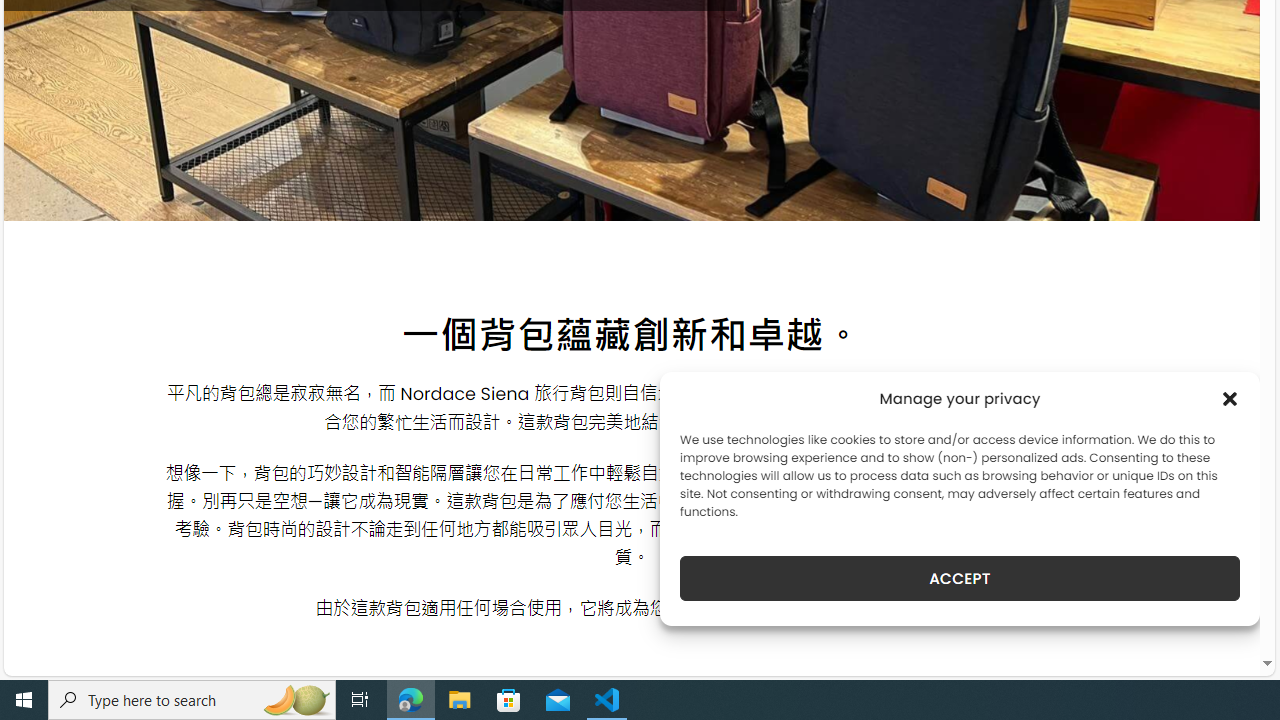 This screenshot has width=1280, height=720. Describe the element at coordinates (1229, 398) in the screenshot. I see `'Class: cmplz-close'` at that location.